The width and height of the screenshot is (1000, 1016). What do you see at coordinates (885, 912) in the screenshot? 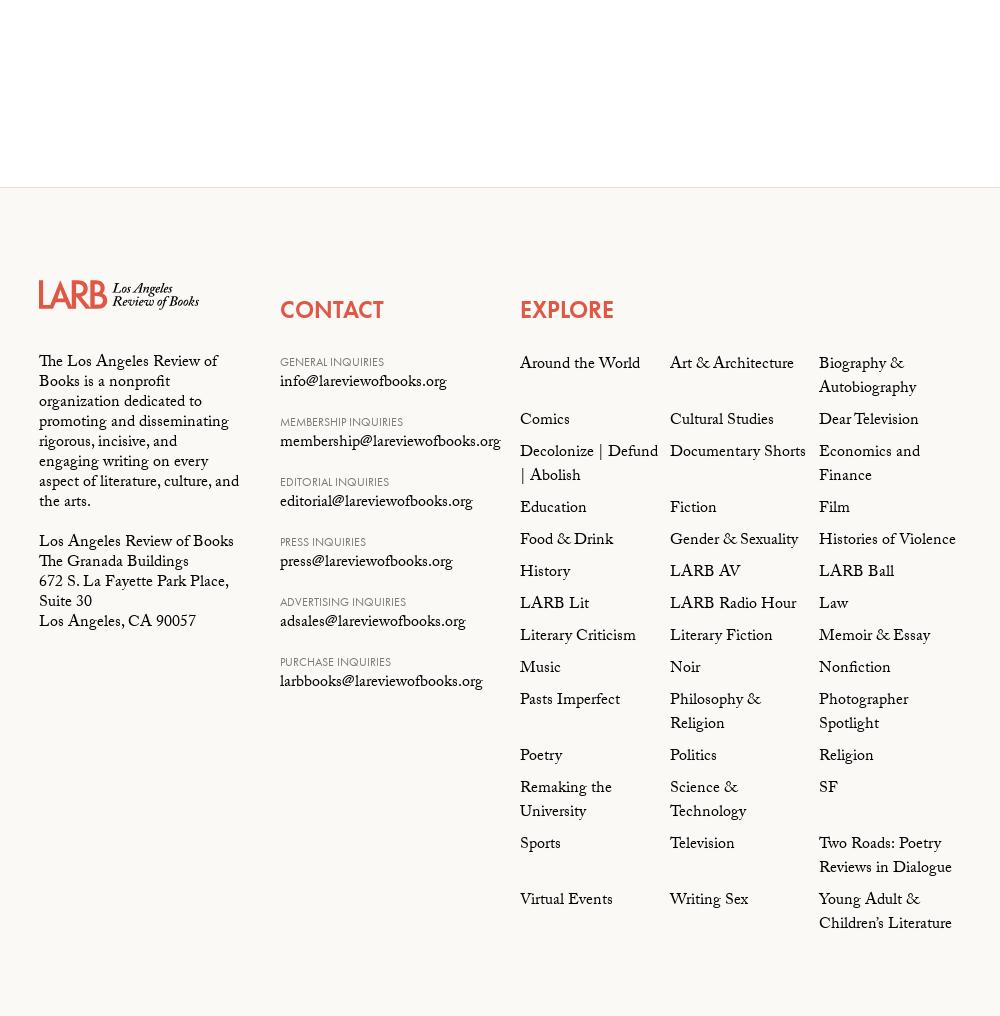
I see `'Young Adult & Children’s Literature'` at bounding box center [885, 912].